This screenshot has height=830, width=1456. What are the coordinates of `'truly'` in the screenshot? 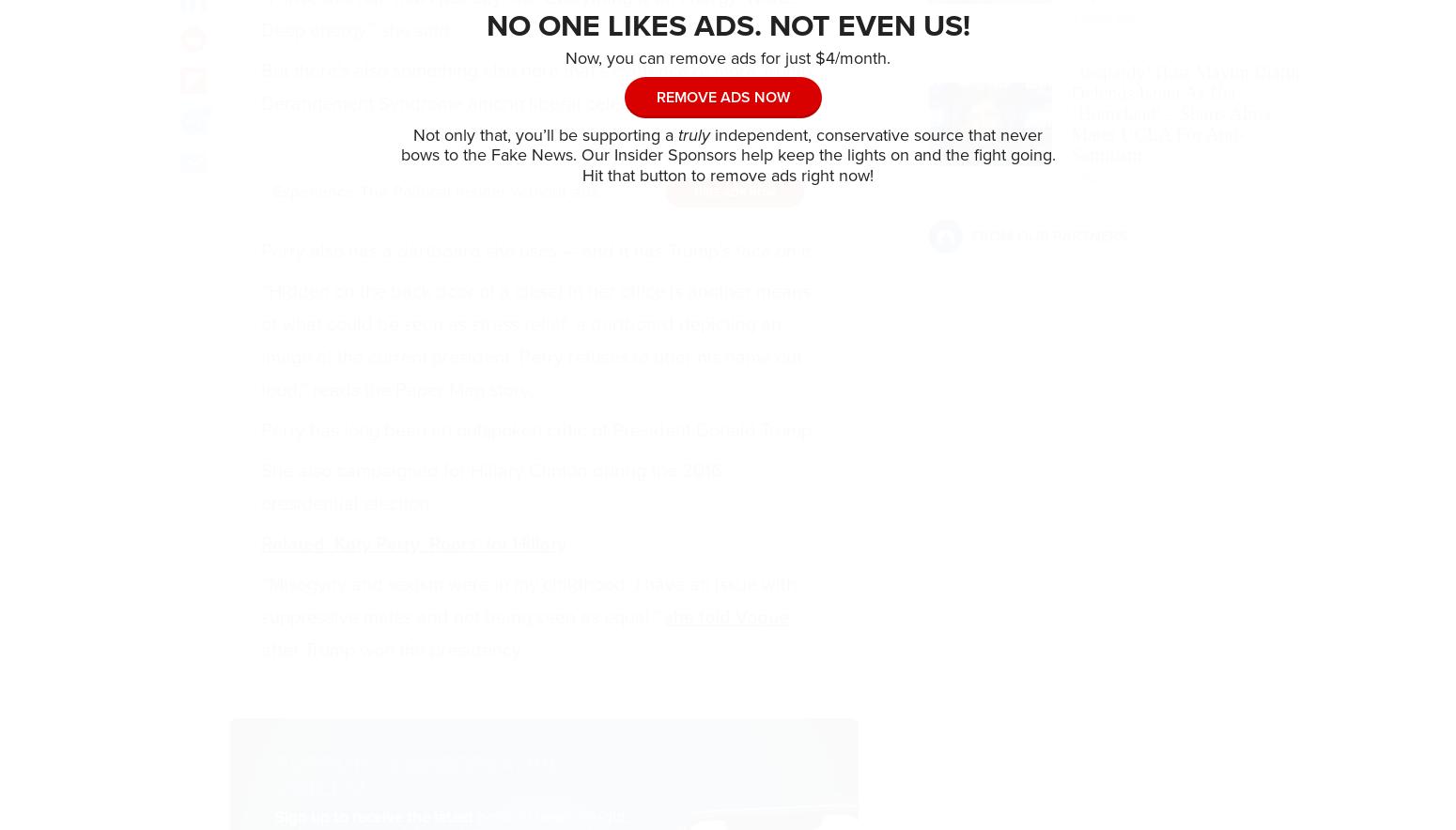 It's located at (694, 133).